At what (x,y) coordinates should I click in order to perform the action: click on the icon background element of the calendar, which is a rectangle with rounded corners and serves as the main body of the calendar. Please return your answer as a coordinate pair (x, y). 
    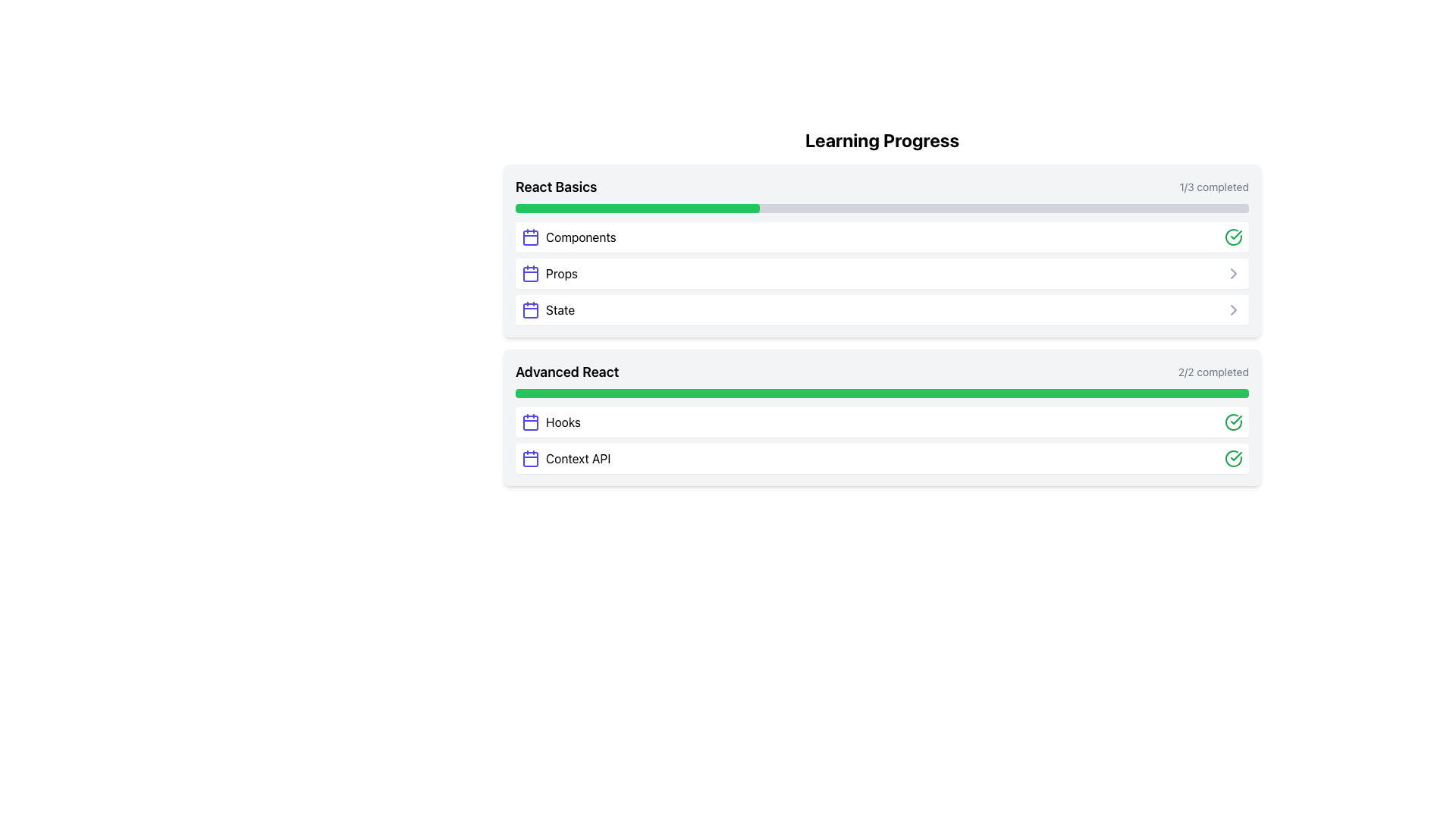
    Looking at the image, I should click on (531, 458).